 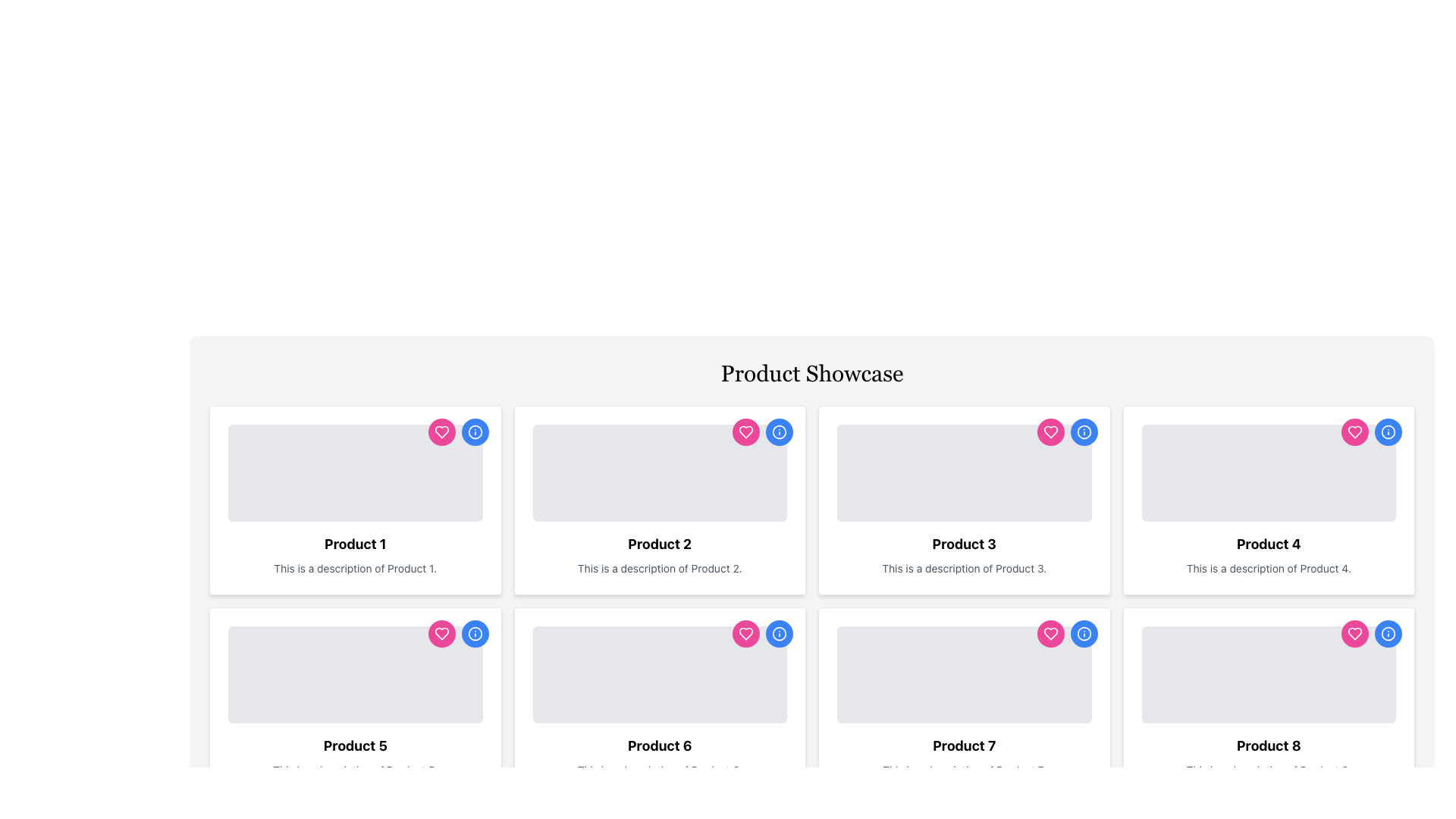 What do you see at coordinates (763, 432) in the screenshot?
I see `the left circular button (pink with heart icon) in the interactive element group at the top-right corner of the 'Product 2' card to like/favorite` at bounding box center [763, 432].